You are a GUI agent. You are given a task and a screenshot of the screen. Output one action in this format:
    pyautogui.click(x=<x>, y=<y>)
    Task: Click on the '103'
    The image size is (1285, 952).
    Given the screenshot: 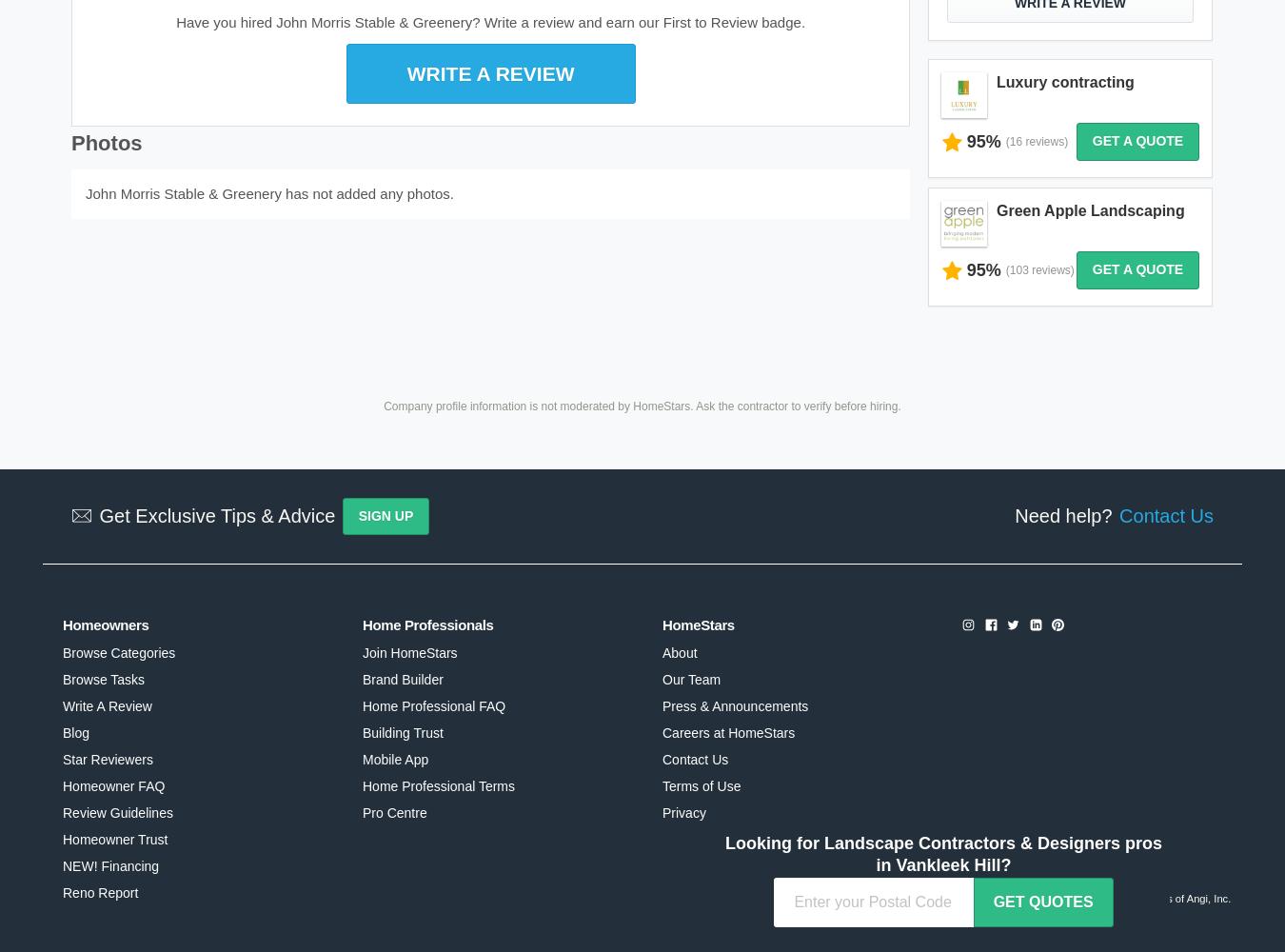 What is the action you would take?
    pyautogui.click(x=1009, y=269)
    